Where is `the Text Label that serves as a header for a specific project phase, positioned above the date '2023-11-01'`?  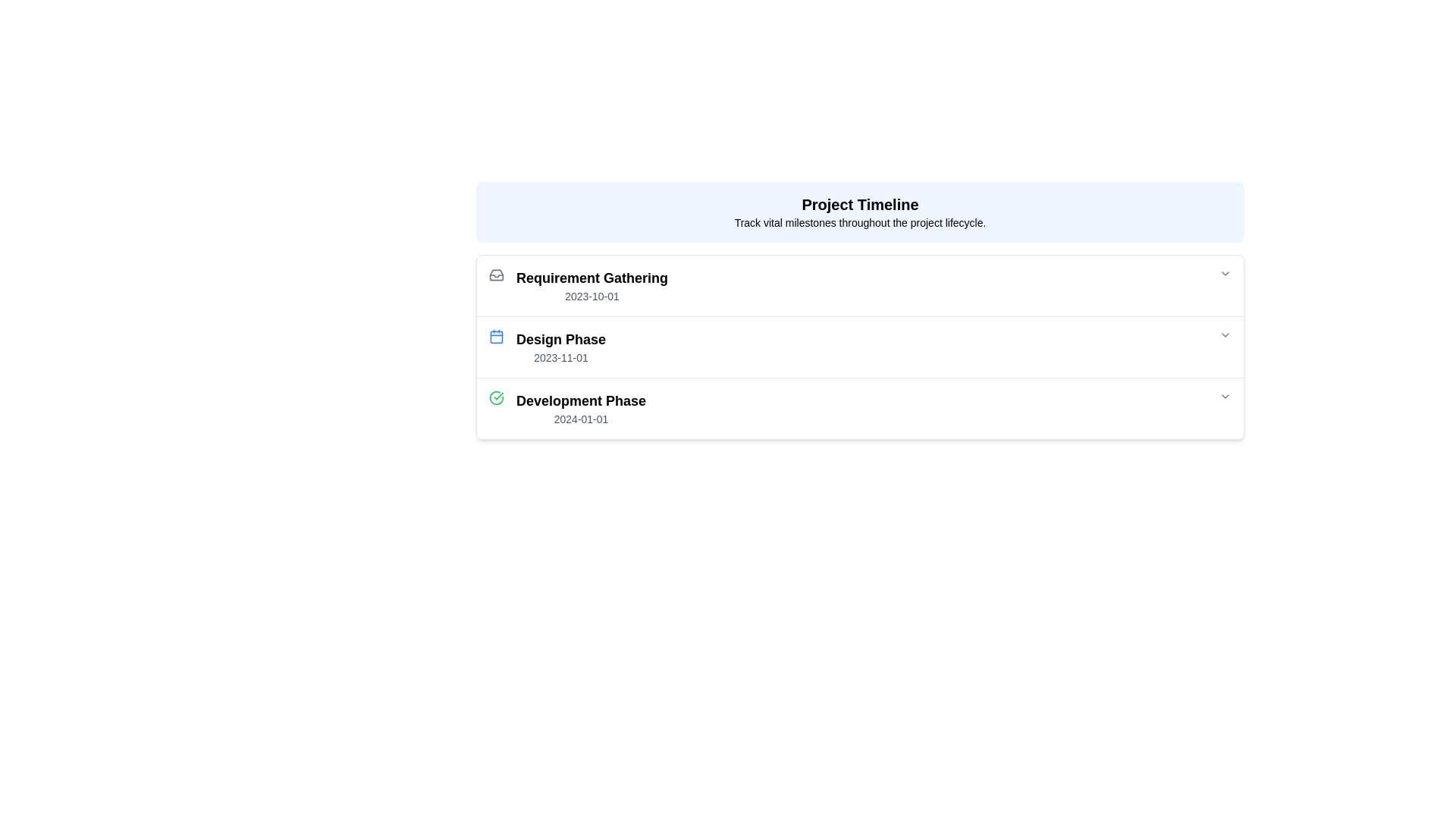 the Text Label that serves as a header for a specific project phase, positioned above the date '2023-11-01' is located at coordinates (560, 338).